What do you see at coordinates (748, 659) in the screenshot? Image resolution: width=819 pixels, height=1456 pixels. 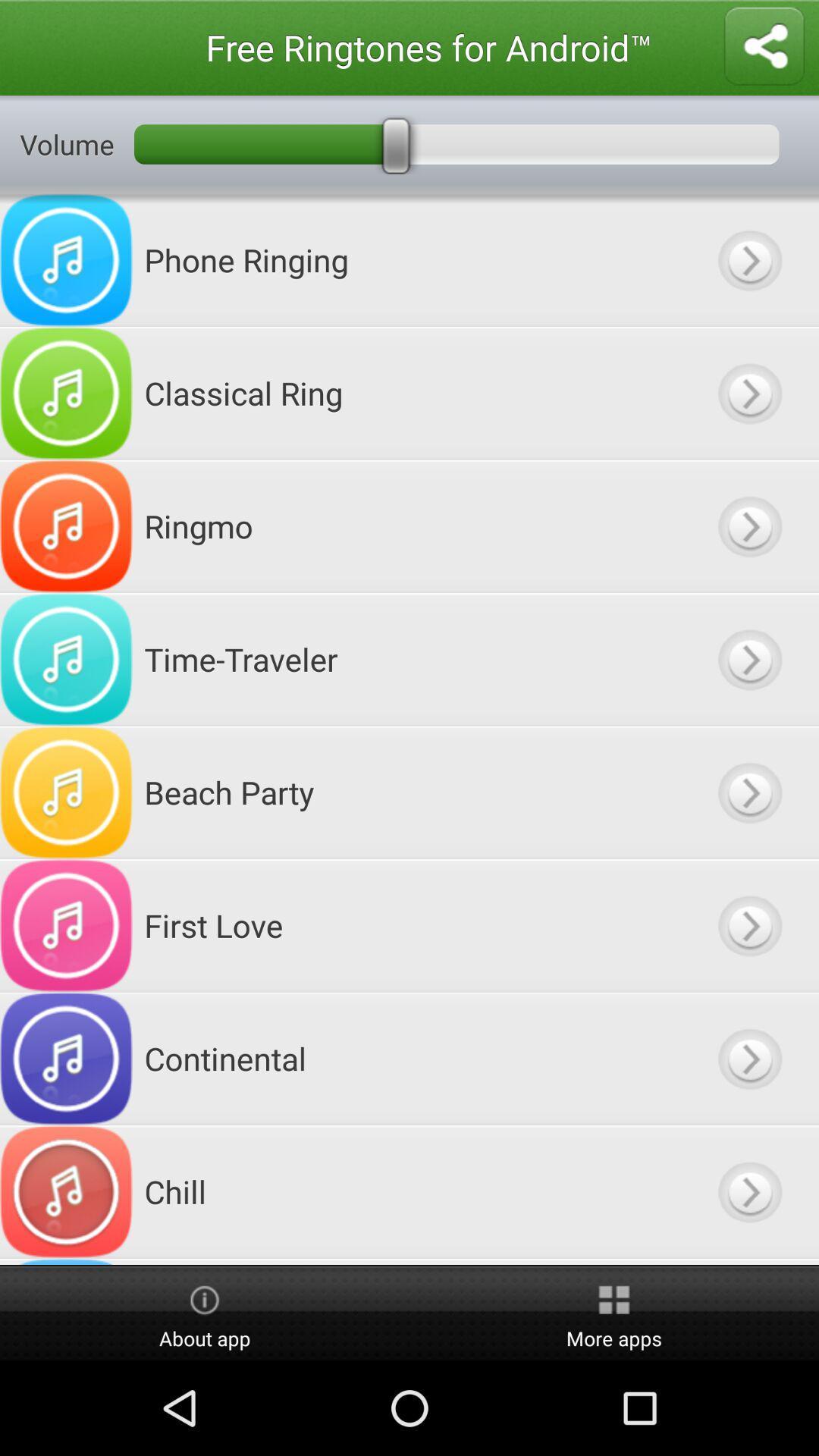 I see `ringtone` at bounding box center [748, 659].